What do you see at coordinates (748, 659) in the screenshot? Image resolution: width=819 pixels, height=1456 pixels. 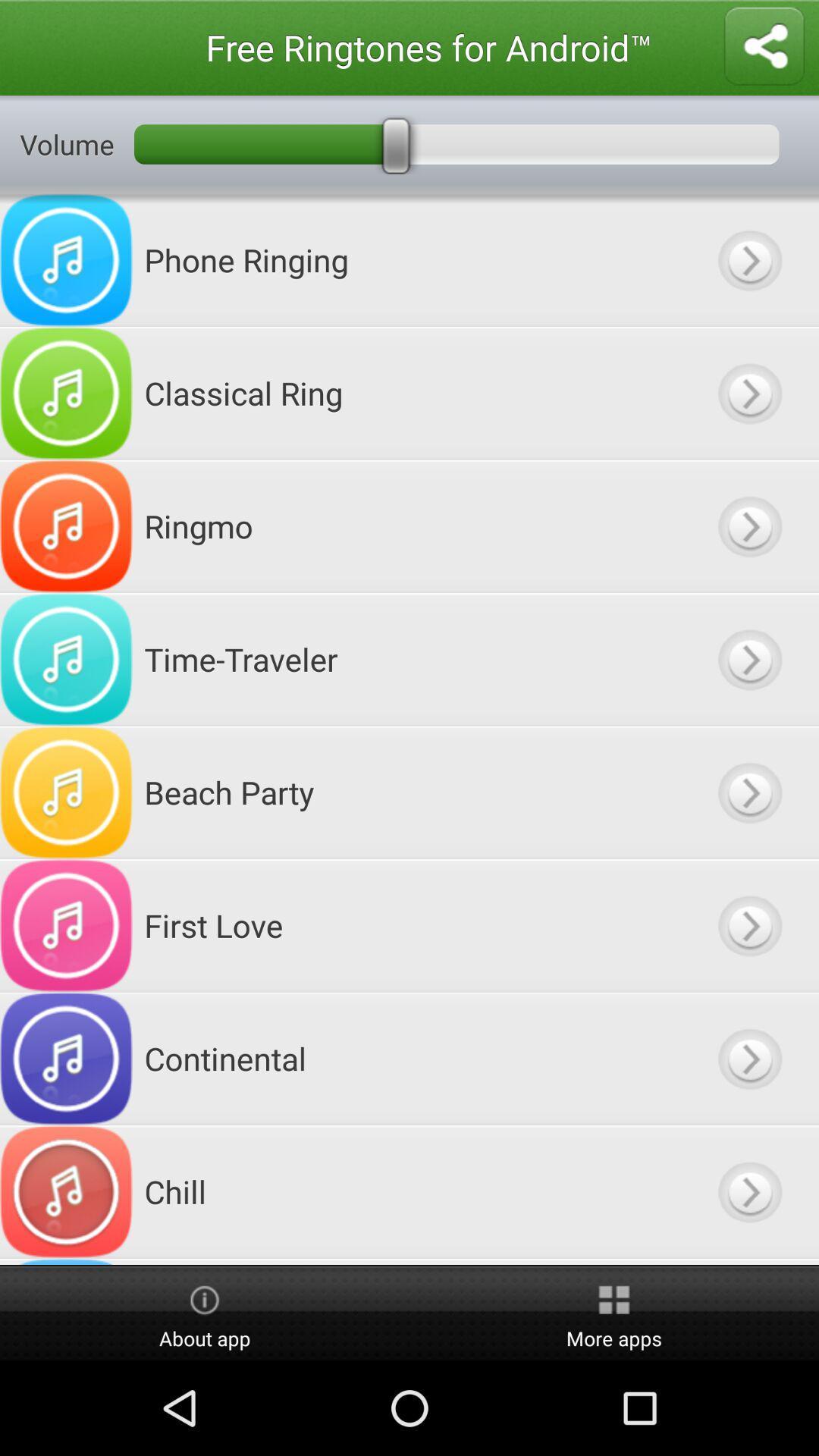 I see `ringtone` at bounding box center [748, 659].